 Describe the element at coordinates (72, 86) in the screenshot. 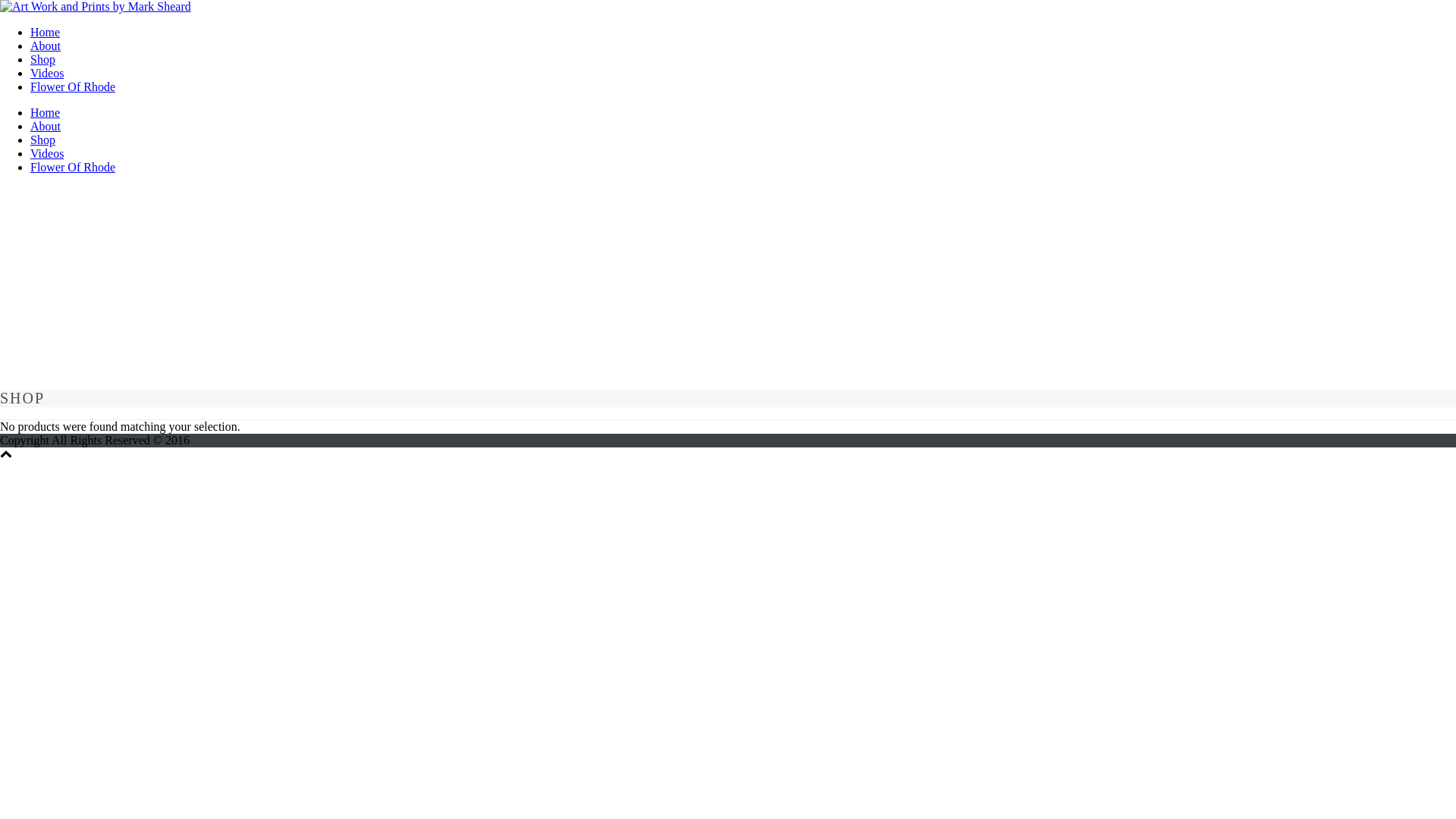

I see `'Flower Of Rhode'` at that location.